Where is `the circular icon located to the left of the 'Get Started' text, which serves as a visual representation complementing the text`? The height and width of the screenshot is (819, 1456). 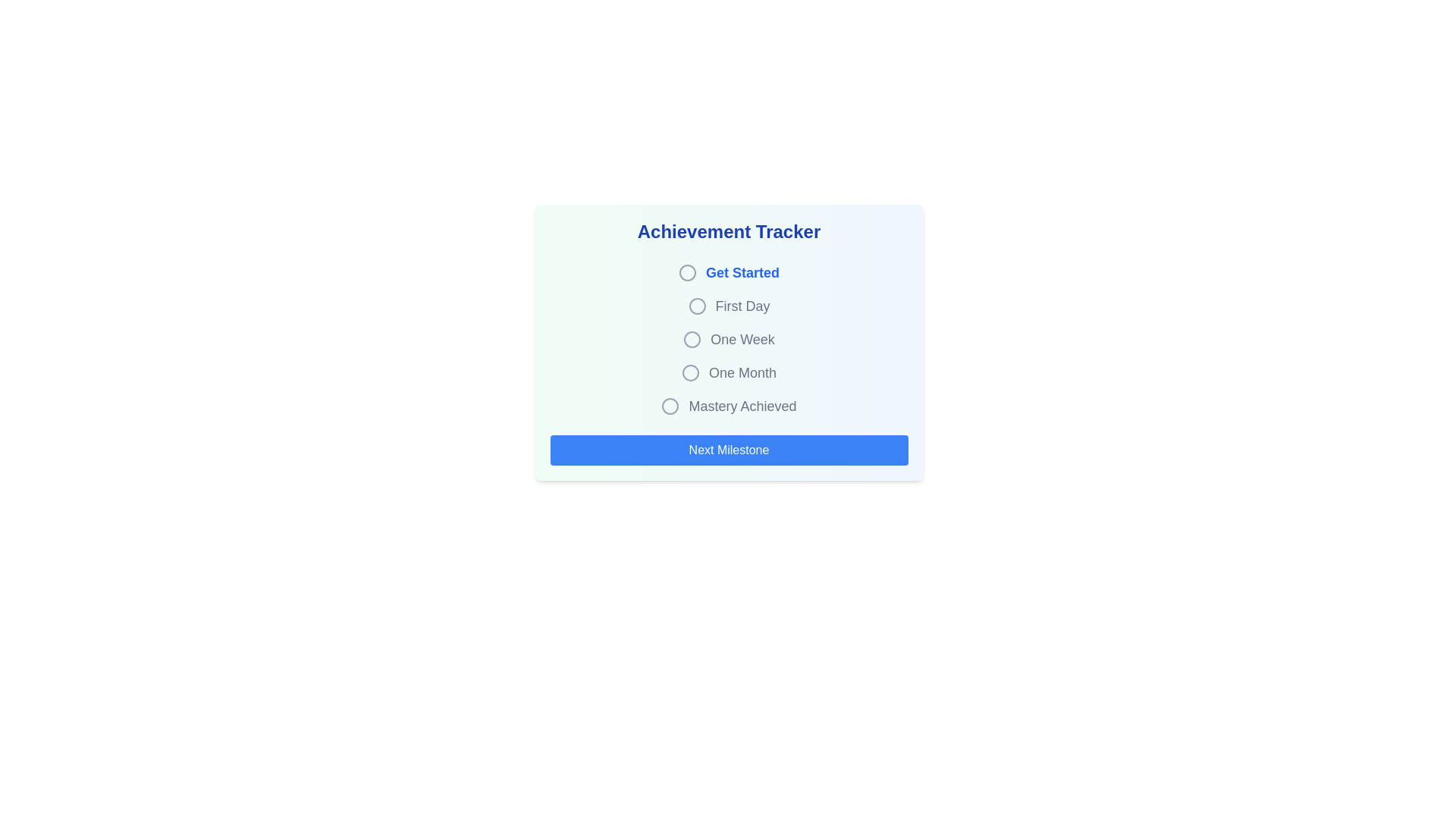
the circular icon located to the left of the 'Get Started' text, which serves as a visual representation complementing the text is located at coordinates (687, 271).